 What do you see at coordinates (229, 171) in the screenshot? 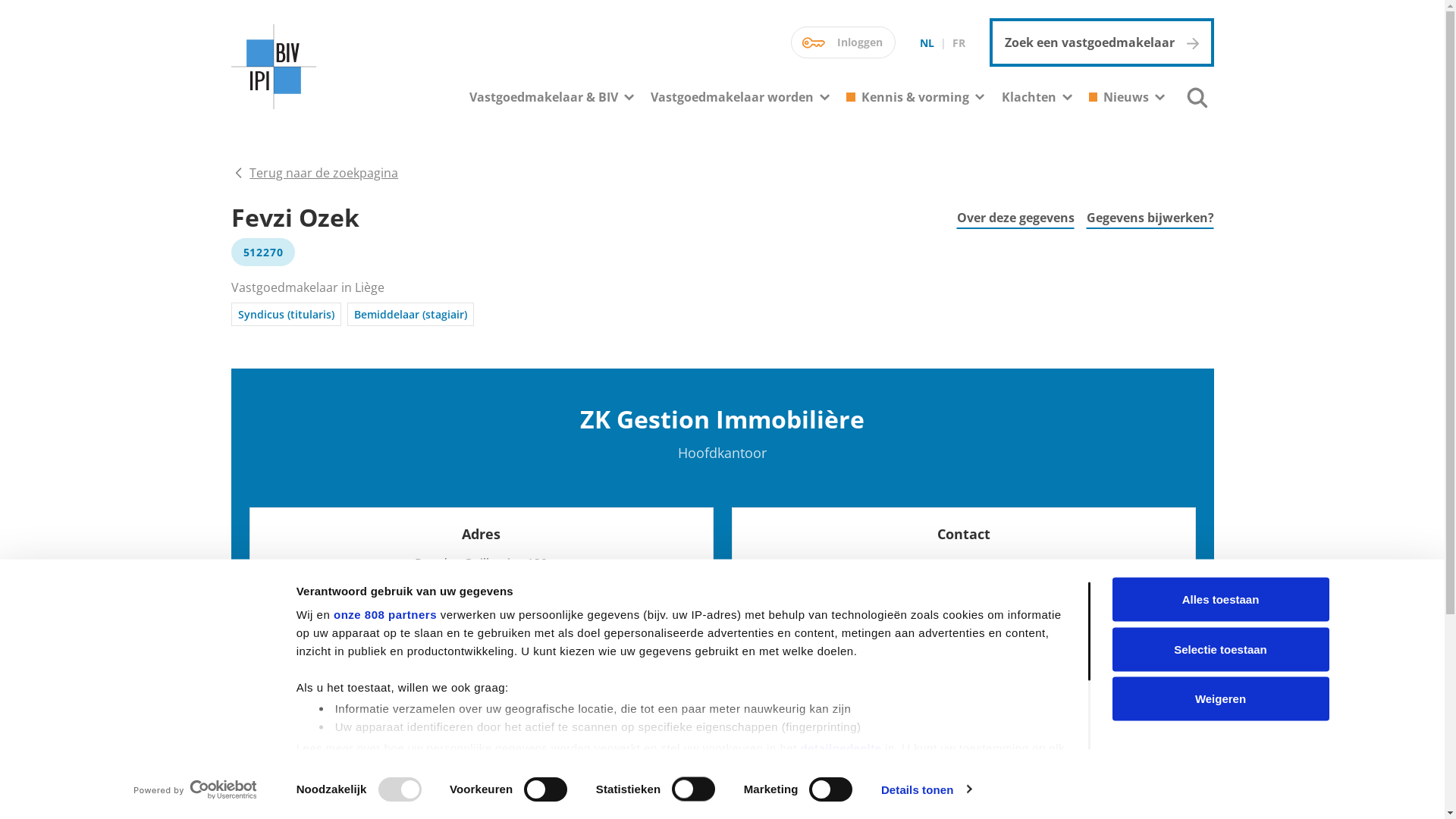
I see `'Terug naar de zoekpagina'` at bounding box center [229, 171].